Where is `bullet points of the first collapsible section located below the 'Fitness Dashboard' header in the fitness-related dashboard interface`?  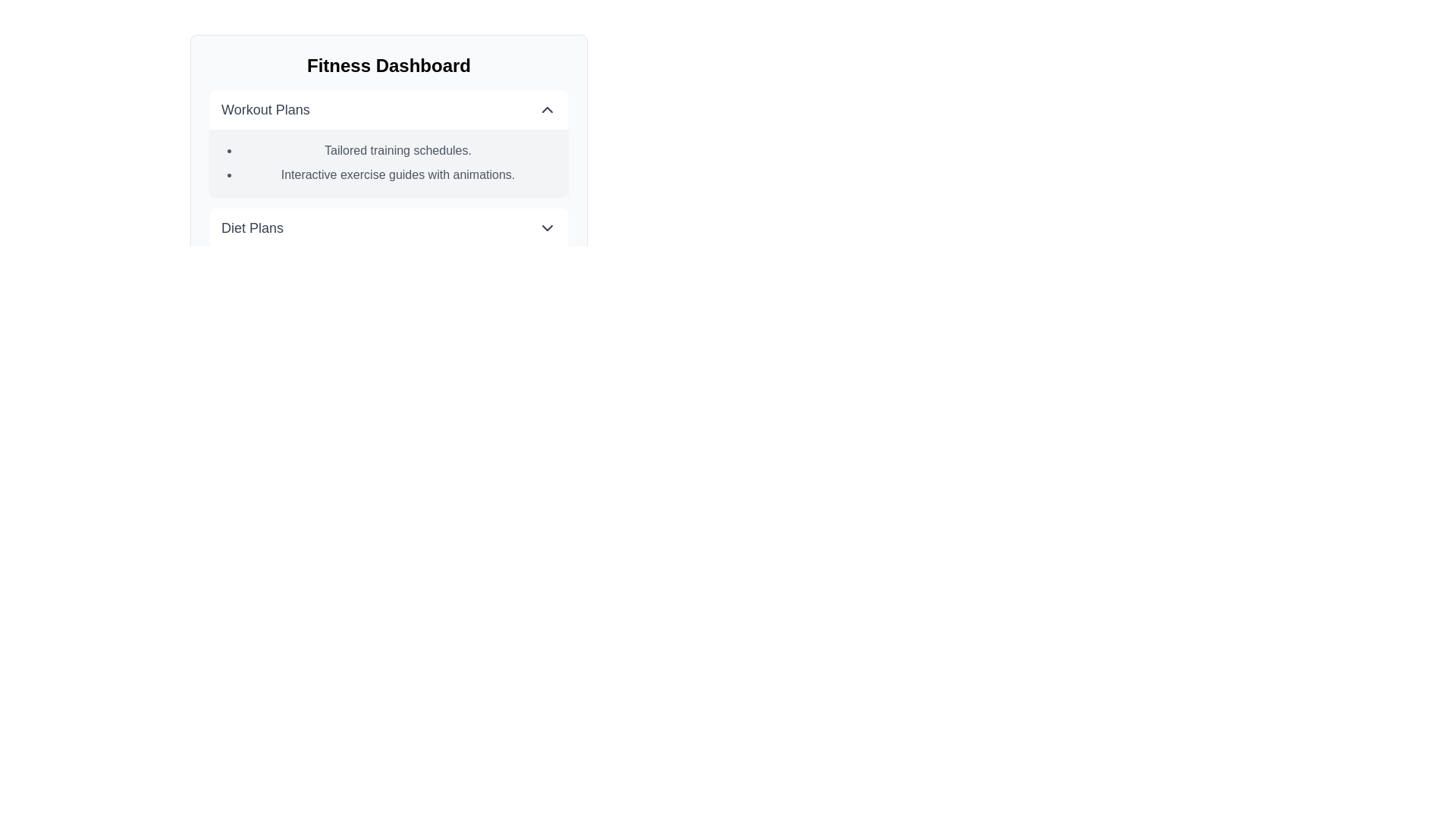
bullet points of the first collapsible section located below the 'Fitness Dashboard' header in the fitness-related dashboard interface is located at coordinates (389, 143).